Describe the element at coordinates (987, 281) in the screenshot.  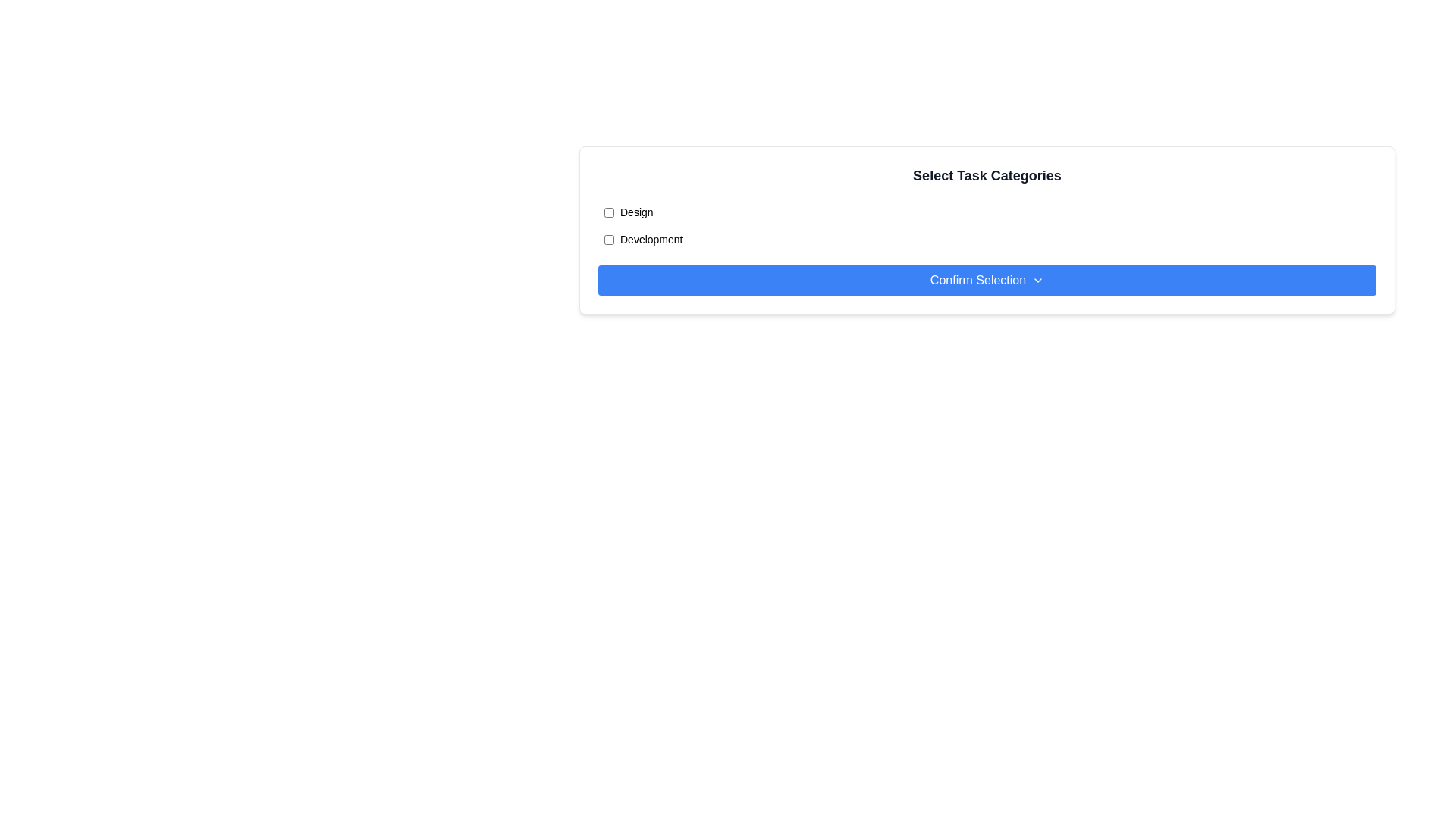
I see `the 'Confirm Selection' button with a blue background and white text` at that location.